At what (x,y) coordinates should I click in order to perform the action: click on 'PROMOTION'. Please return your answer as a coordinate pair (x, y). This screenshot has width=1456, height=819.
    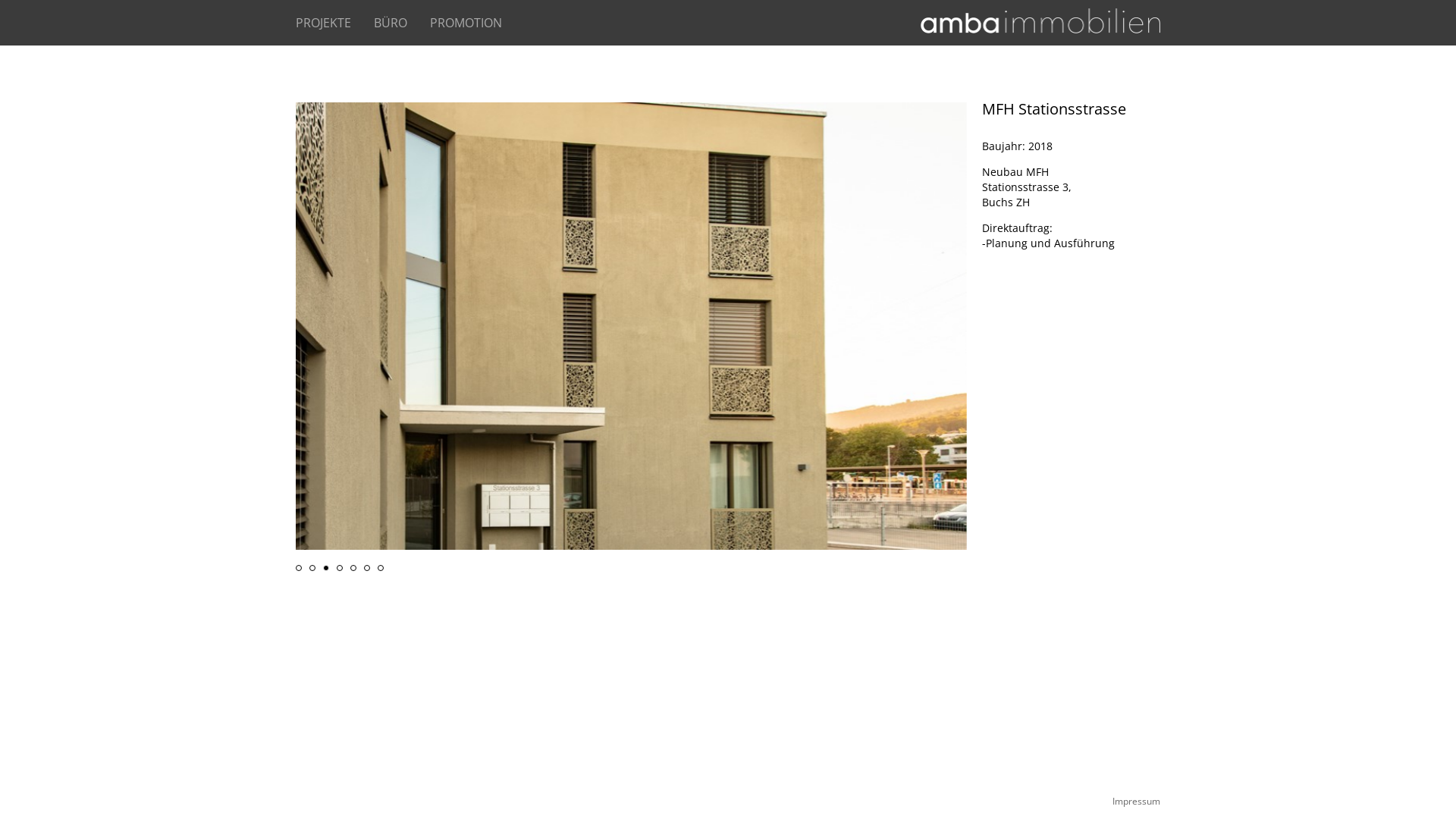
    Looking at the image, I should click on (476, 23).